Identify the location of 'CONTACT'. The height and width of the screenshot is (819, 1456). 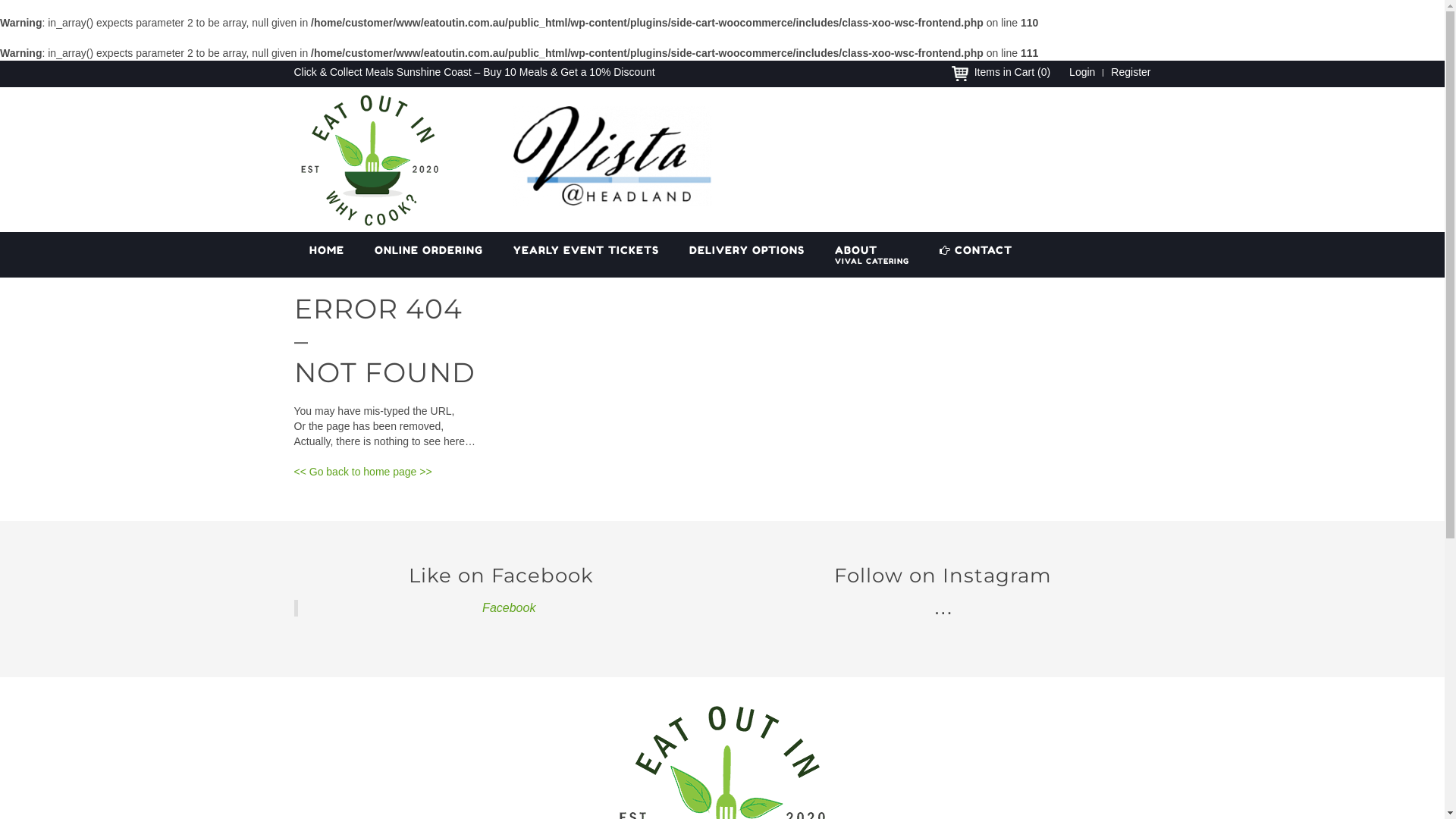
(975, 253).